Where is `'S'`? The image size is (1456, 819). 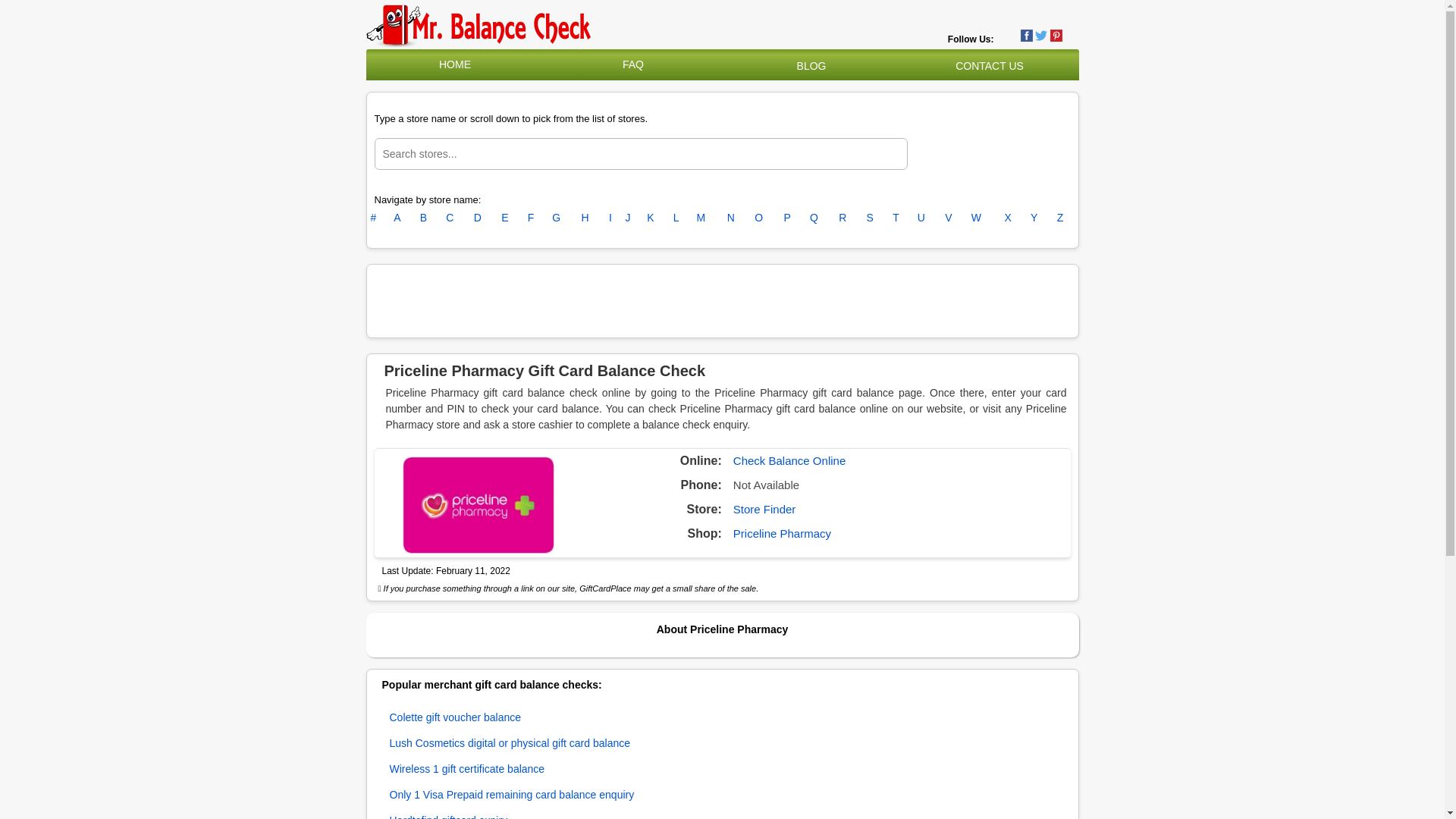 'S' is located at coordinates (870, 217).